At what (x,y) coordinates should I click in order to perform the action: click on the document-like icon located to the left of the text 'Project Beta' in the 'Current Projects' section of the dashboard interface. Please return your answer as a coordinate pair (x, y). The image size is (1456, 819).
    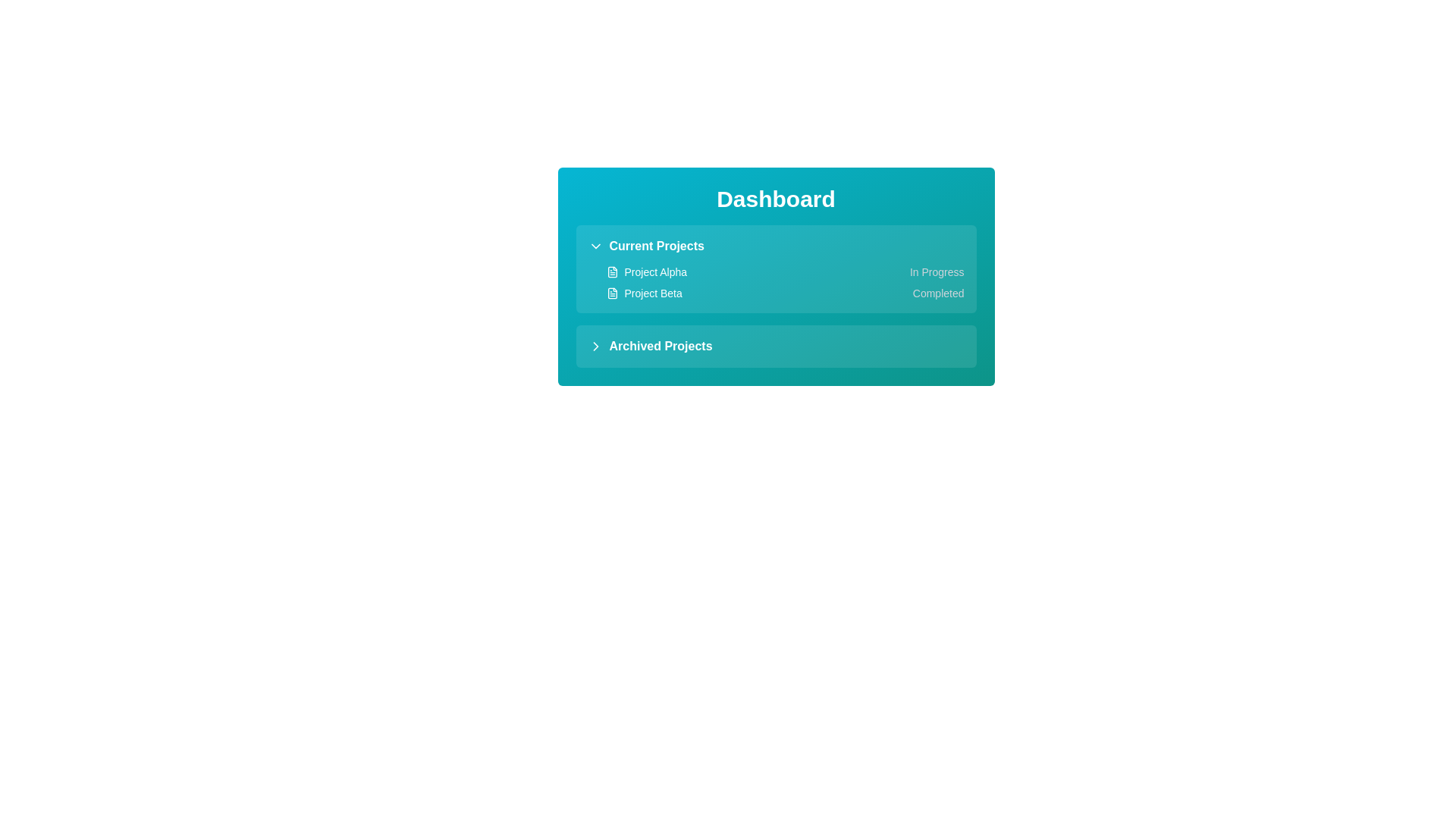
    Looking at the image, I should click on (612, 293).